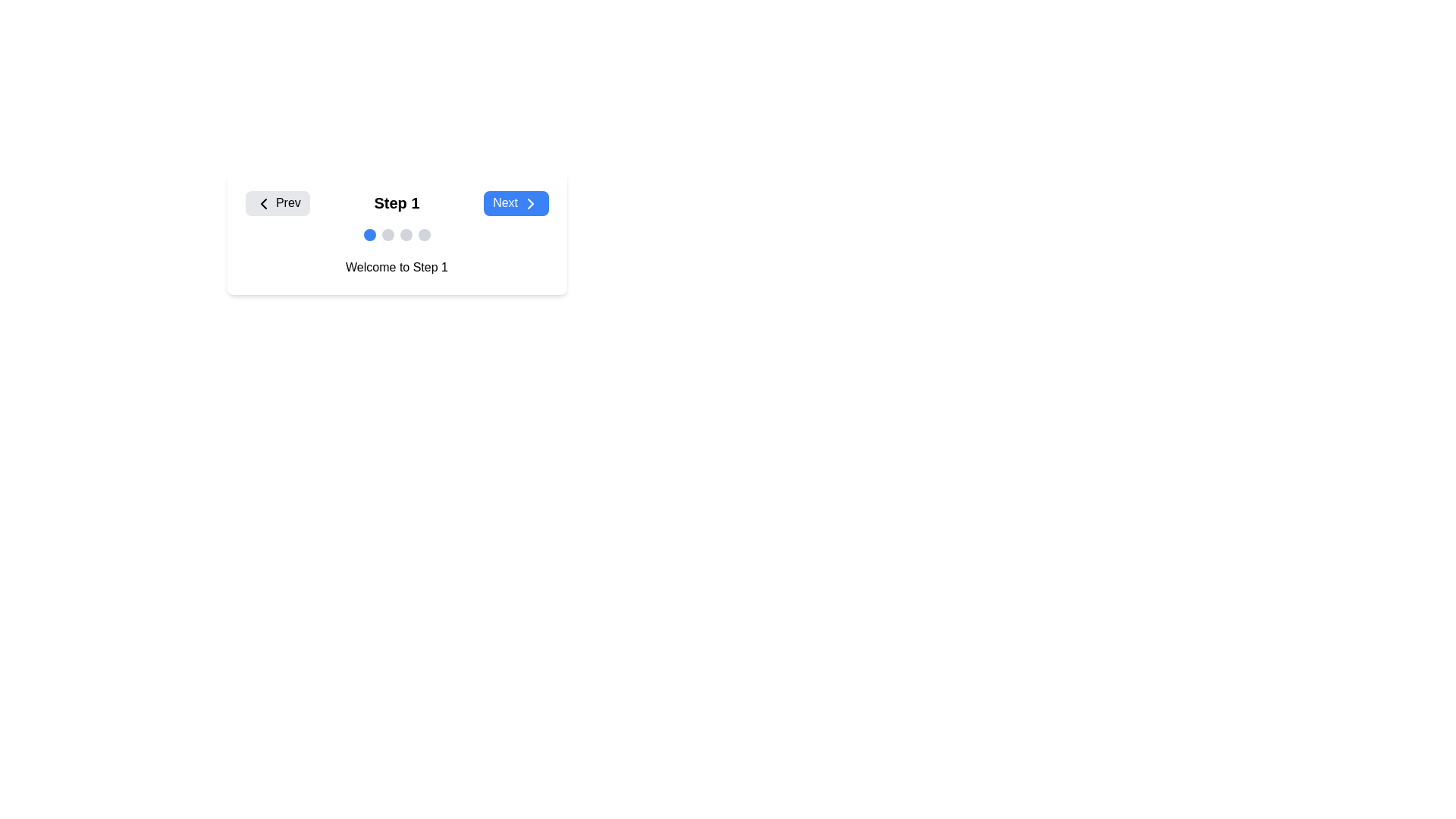  Describe the element at coordinates (263, 202) in the screenshot. I see `the leftward-pointing chevron icon within the 'Prev' button, which has a light gray background and is located at the top-left side of the step navigation interface` at that location.